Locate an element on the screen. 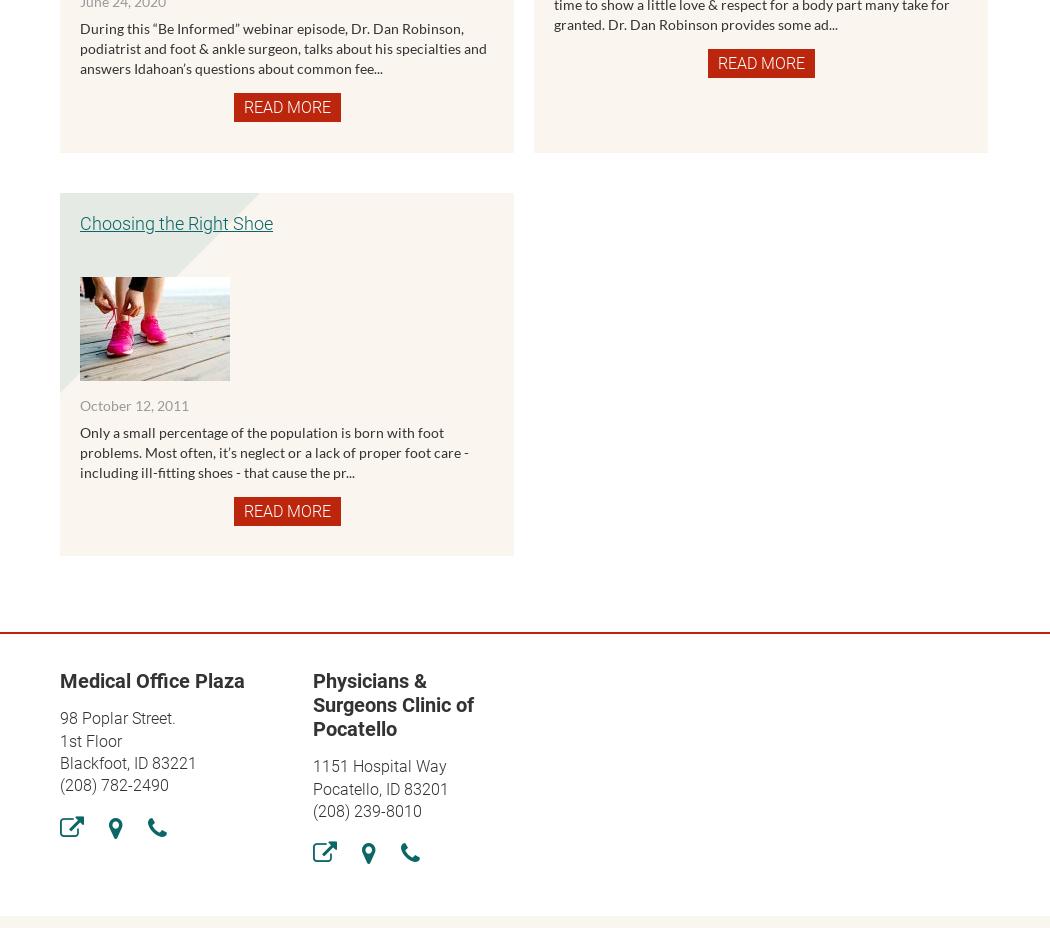  'Medical Office Plaza' is located at coordinates (152, 680).